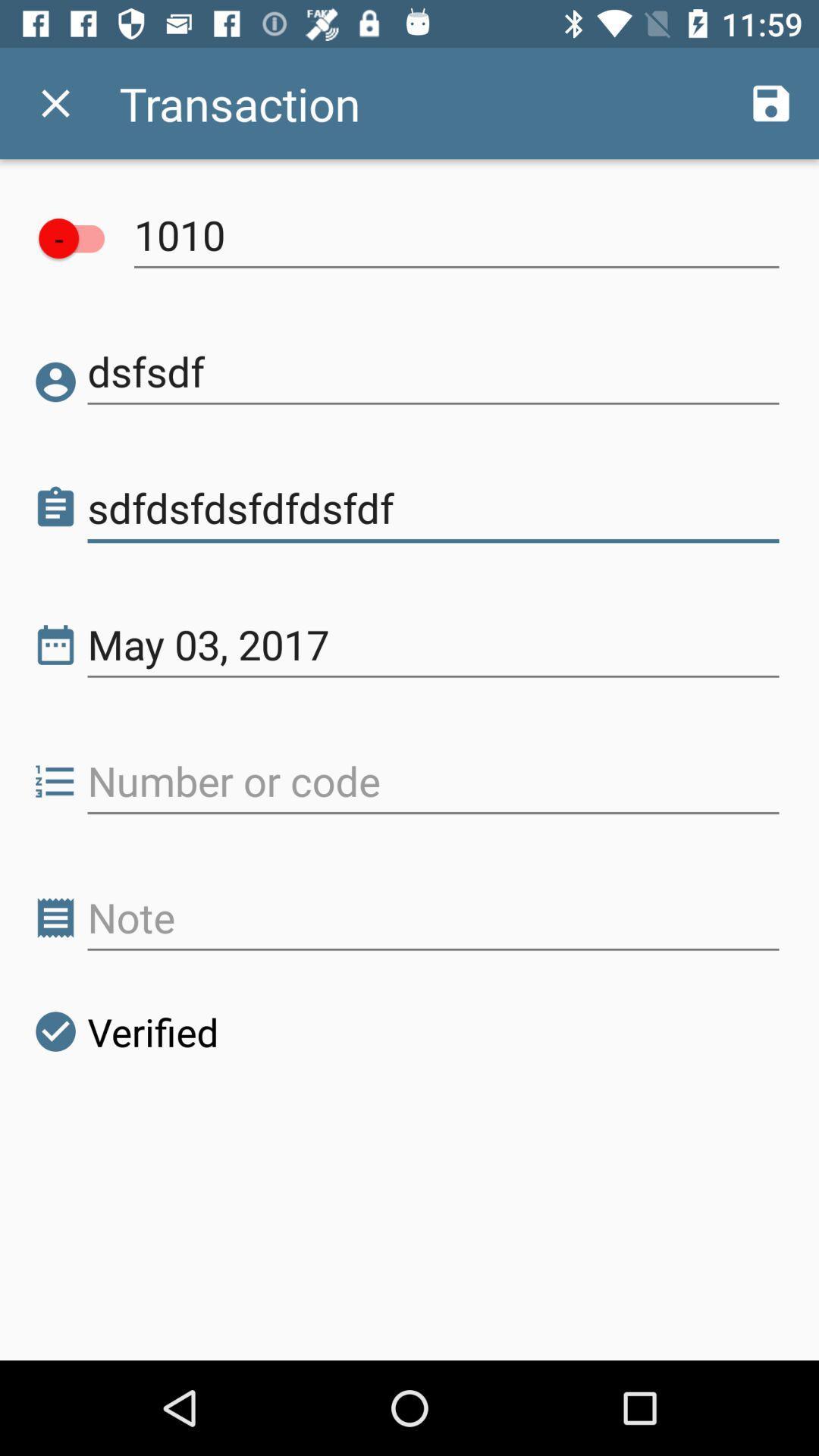 Image resolution: width=819 pixels, height=1456 pixels. I want to click on may 03, 2017 item, so click(433, 645).